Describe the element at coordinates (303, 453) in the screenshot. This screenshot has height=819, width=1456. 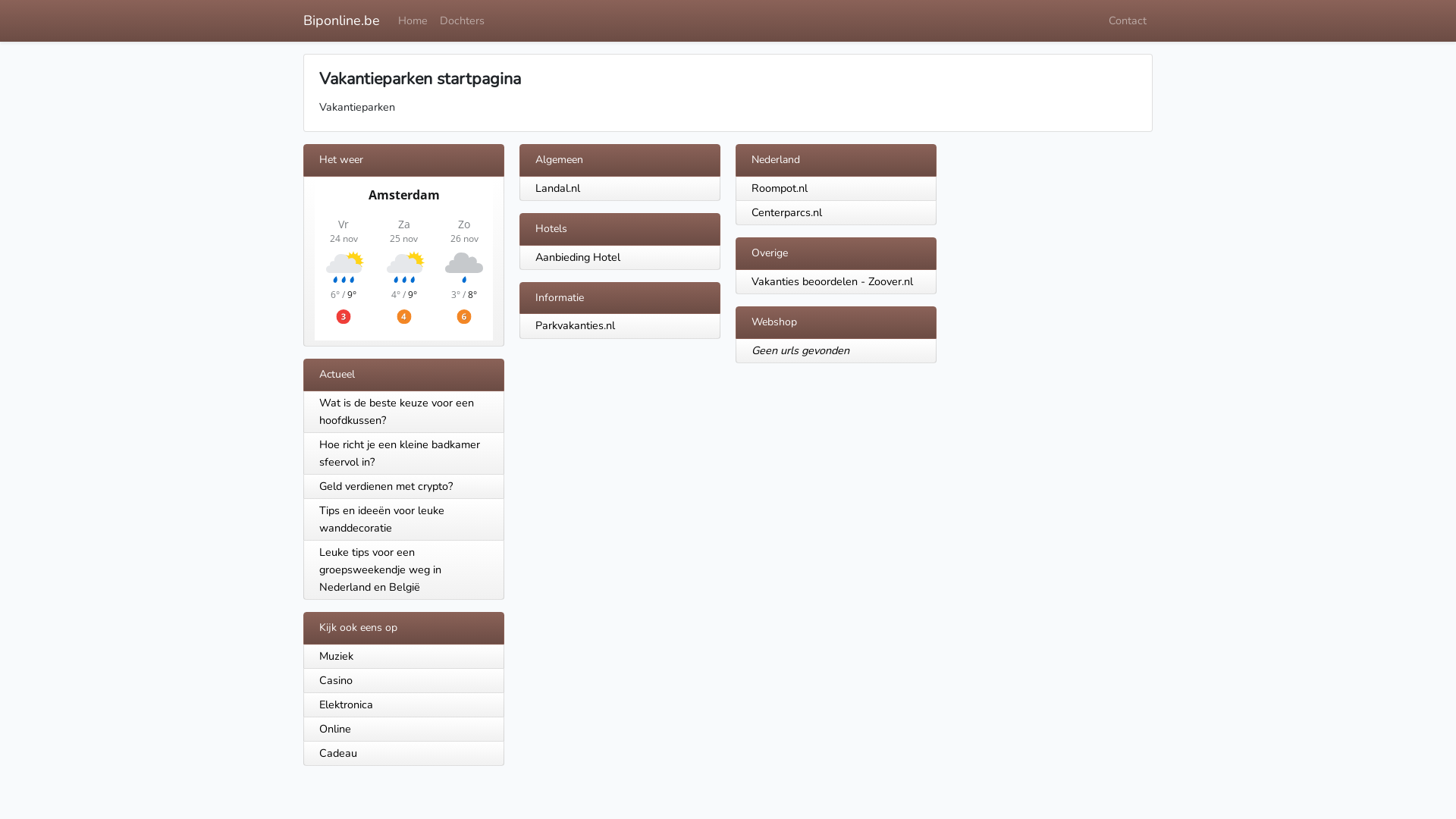
I see `'Hoe richt je een kleine badkamer sfeervol in?'` at that location.